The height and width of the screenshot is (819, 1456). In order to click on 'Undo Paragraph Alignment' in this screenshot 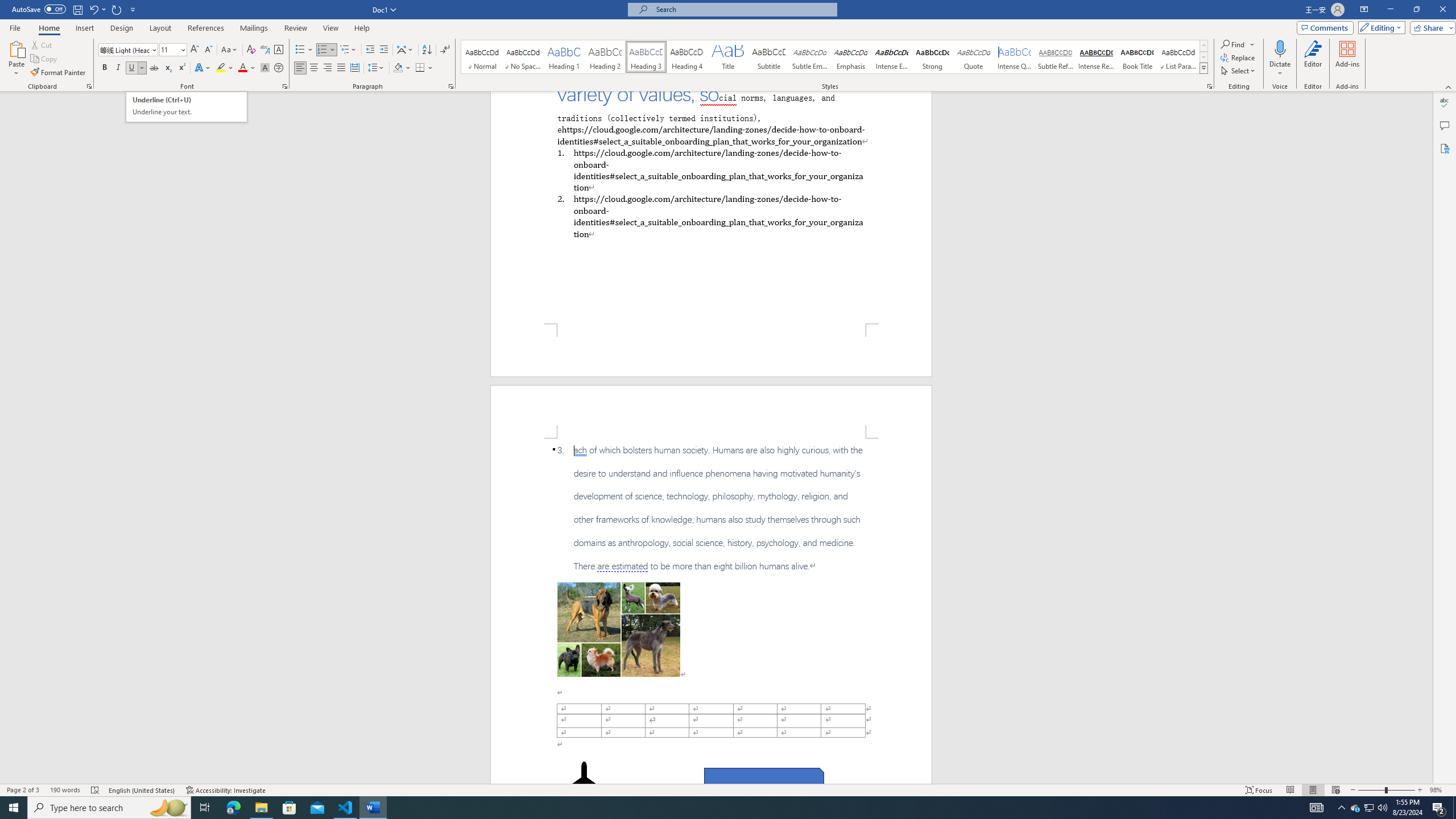, I will do `click(93, 9)`.